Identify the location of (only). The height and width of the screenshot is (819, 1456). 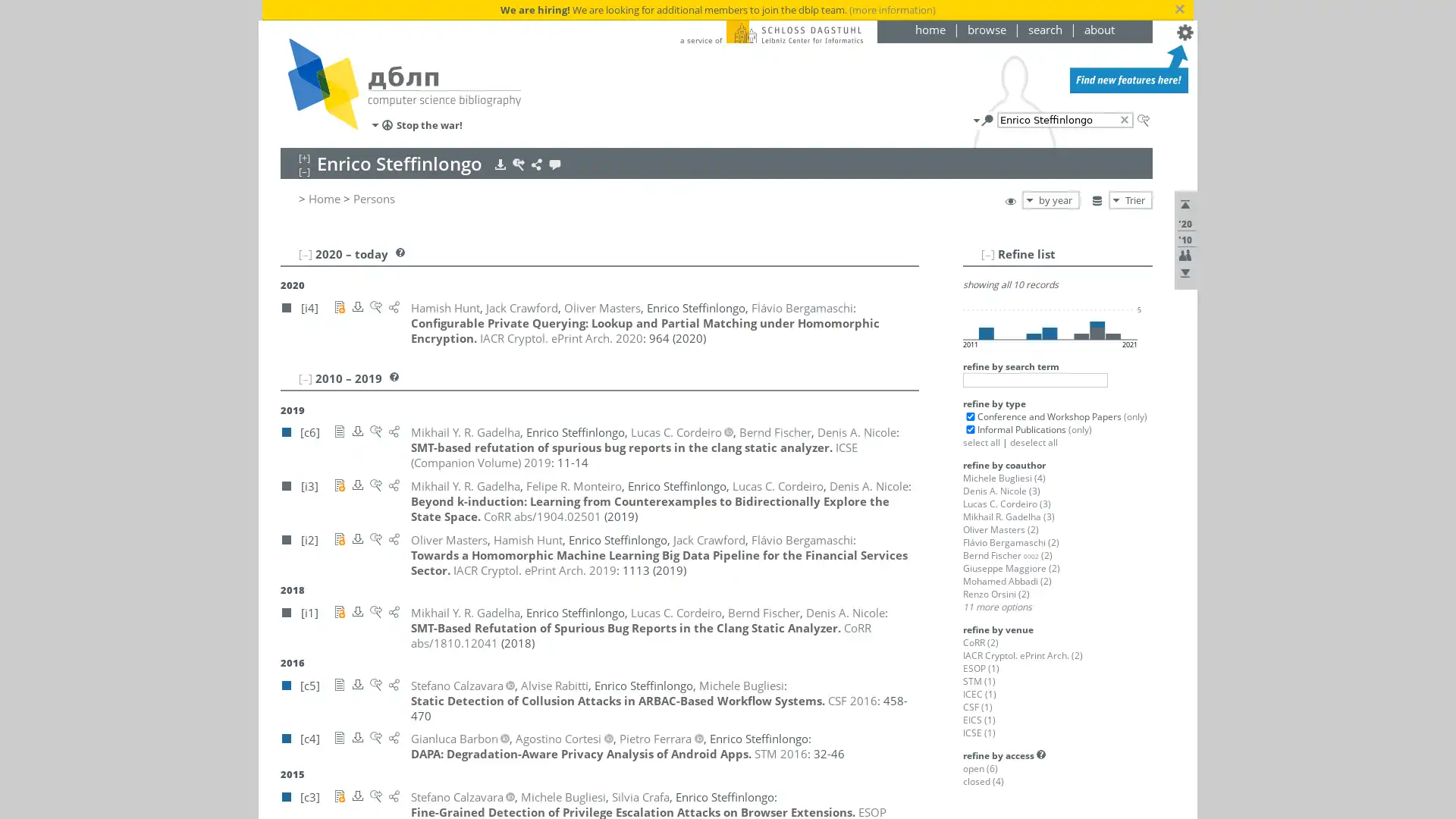
(1078, 429).